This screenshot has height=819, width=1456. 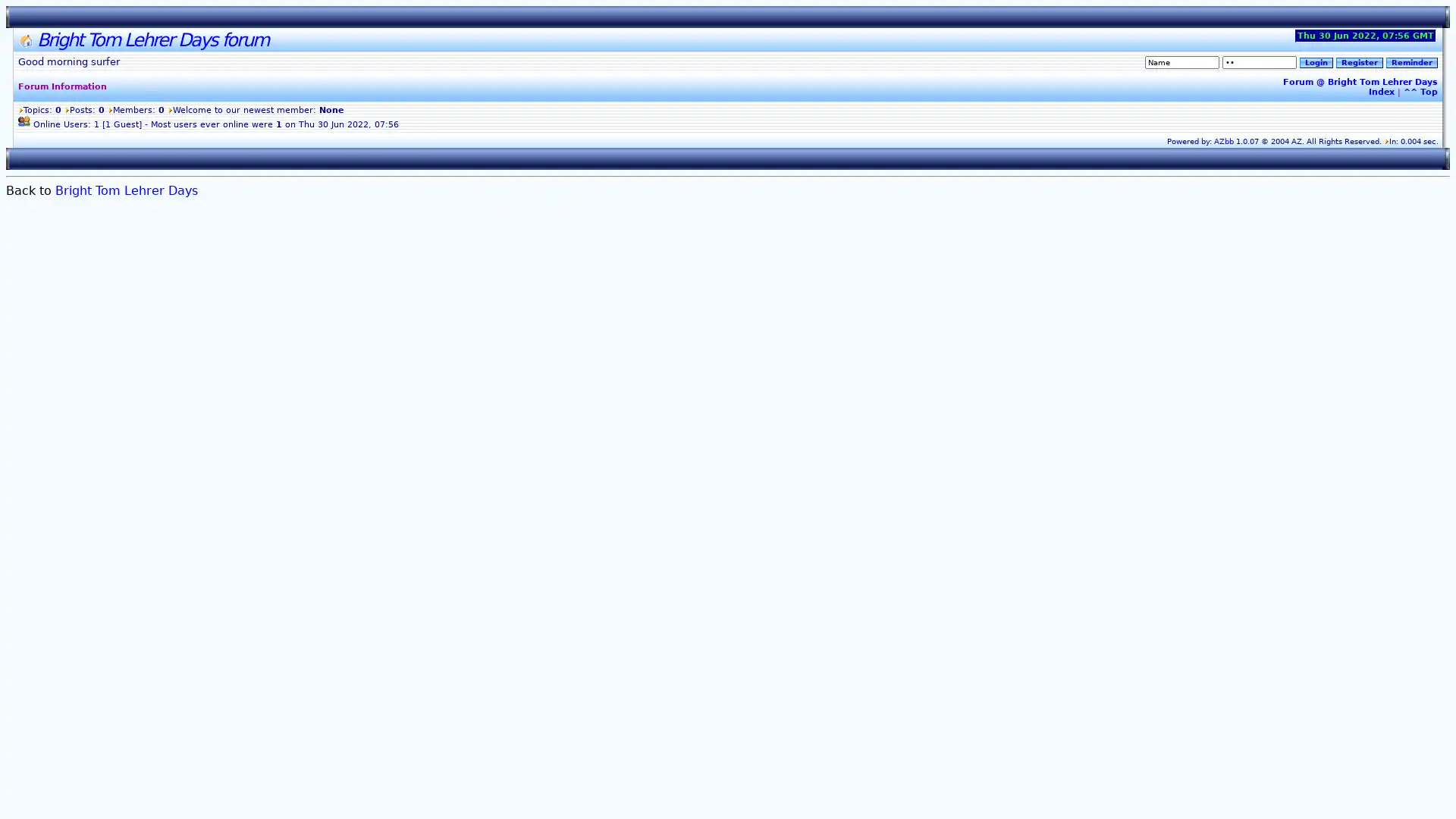 I want to click on Login, so click(x=1316, y=61).